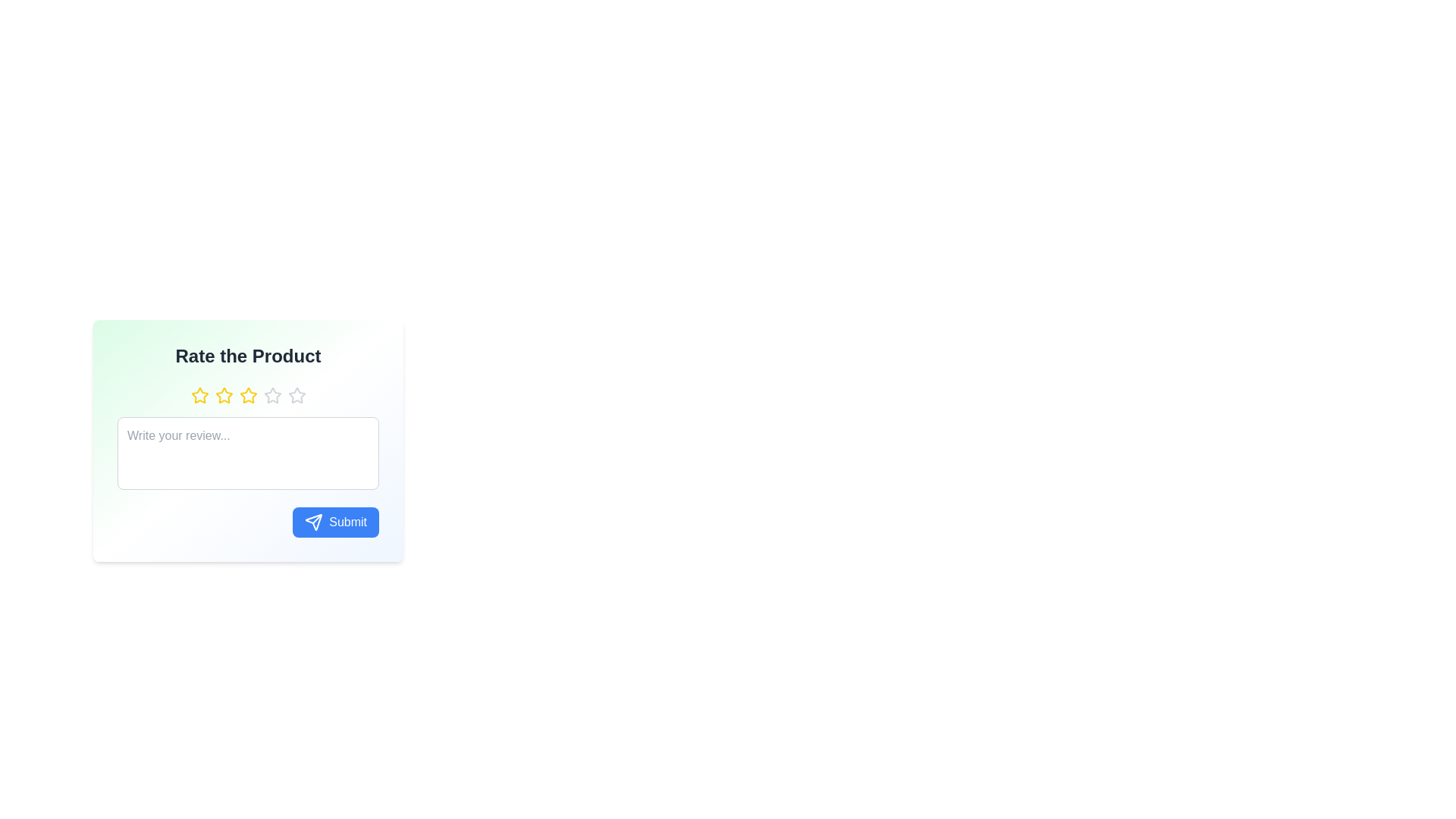 The height and width of the screenshot is (819, 1456). I want to click on the star corresponding to the desired rating, where the rating is specified as 4, so click(272, 394).